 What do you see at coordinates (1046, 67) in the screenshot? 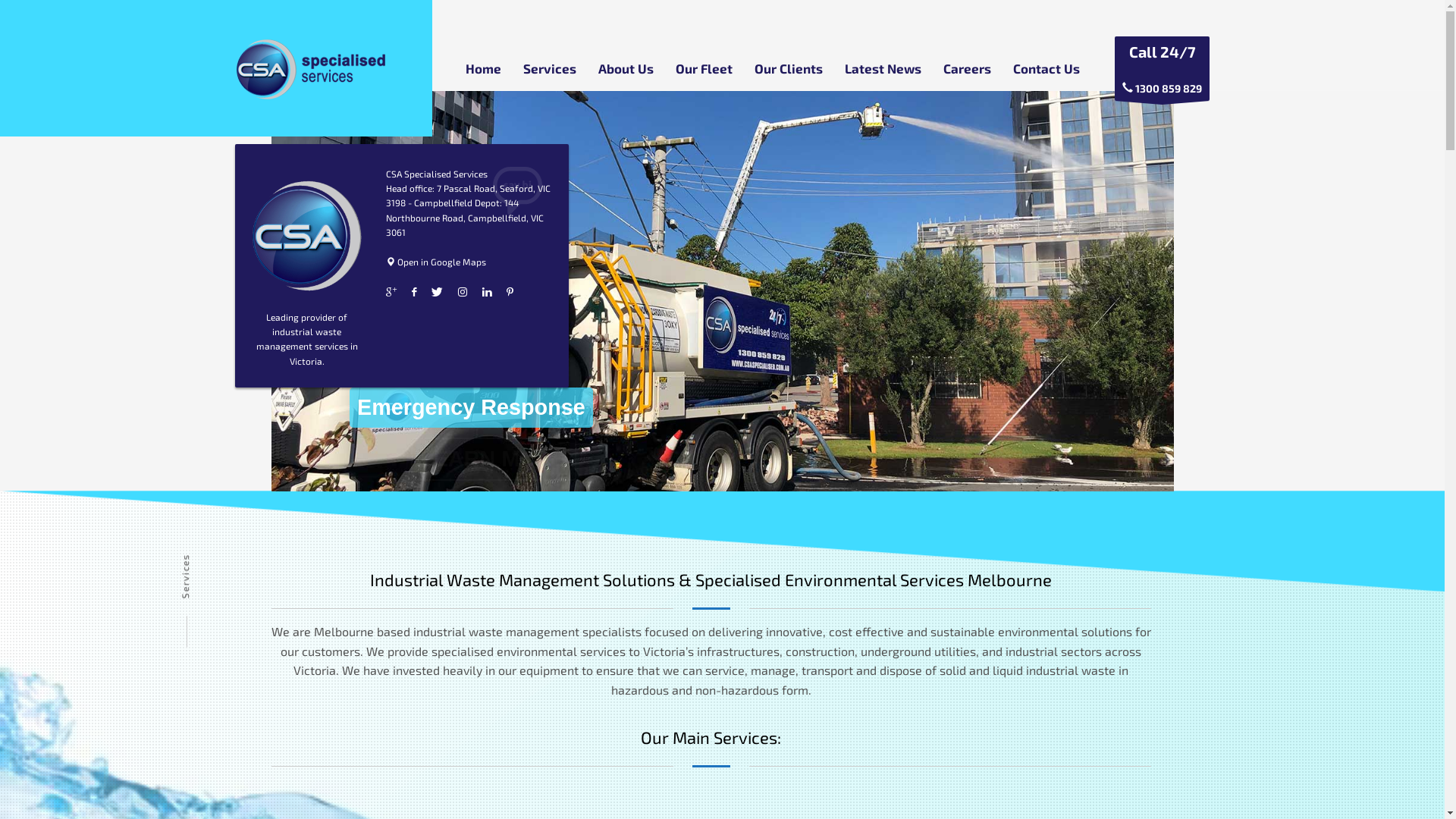
I see `'Contact Us'` at bounding box center [1046, 67].